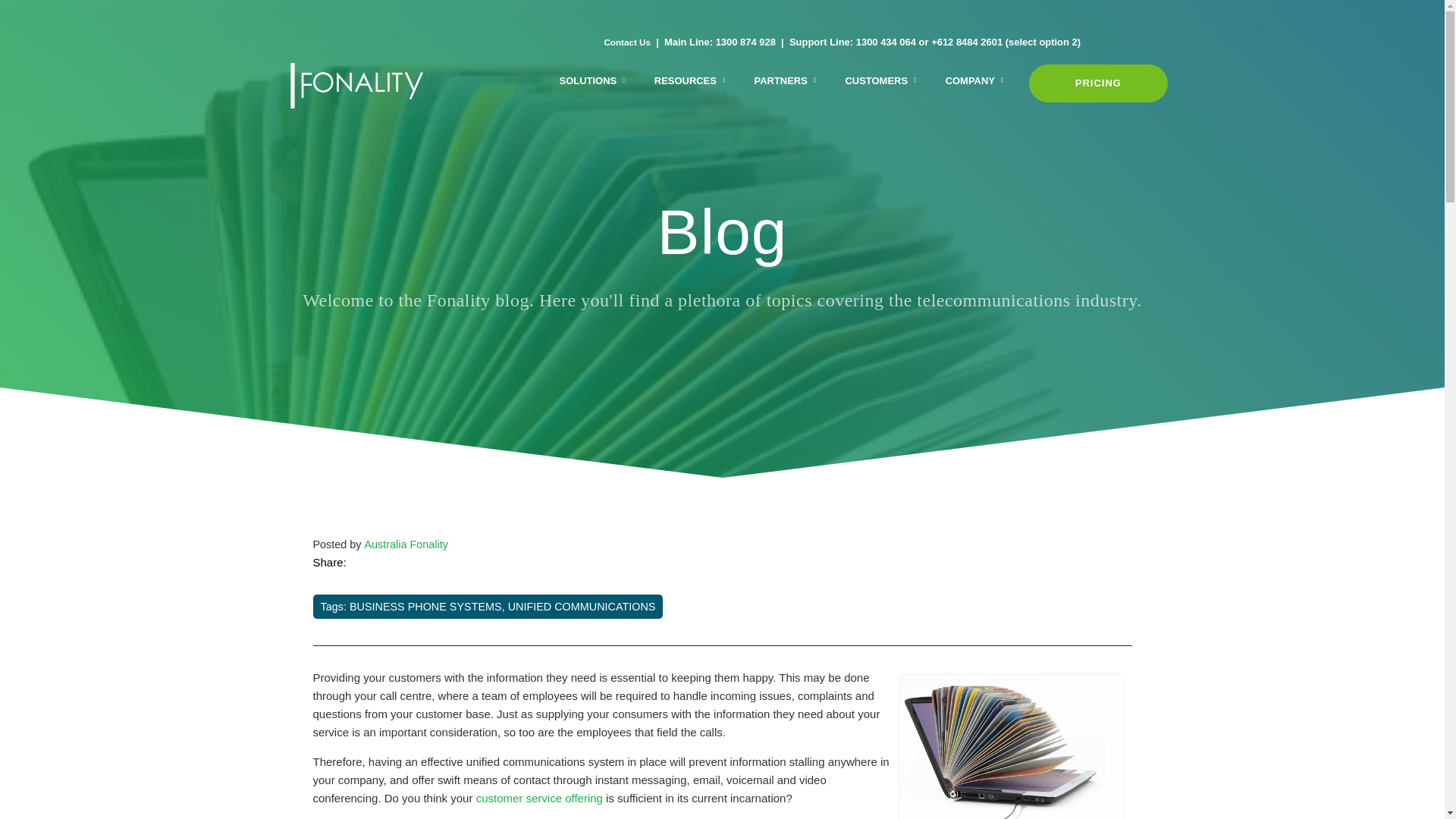  I want to click on 'customer service offering', so click(539, 797).